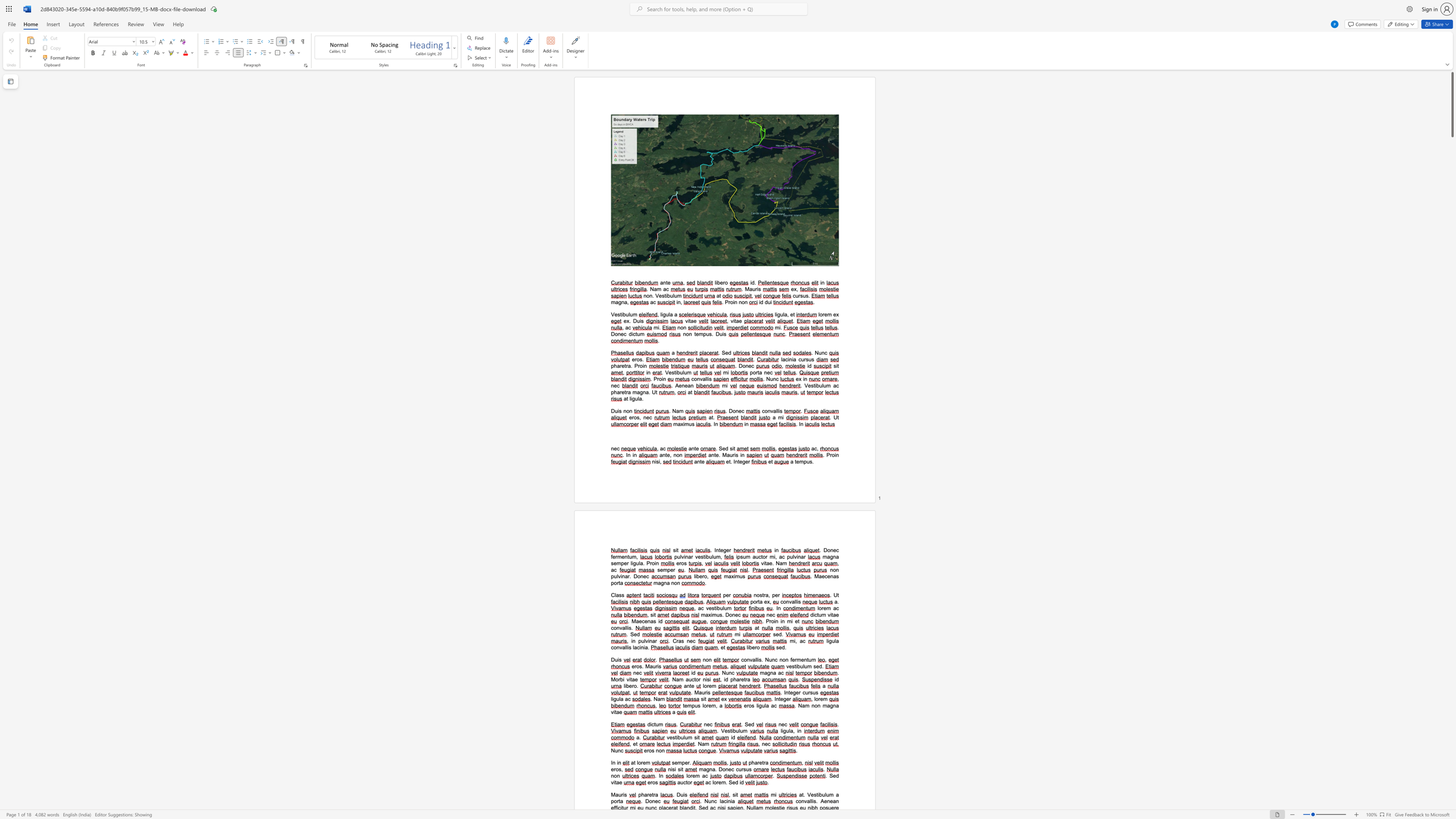 The height and width of the screenshot is (819, 1456). I want to click on the space between the continuous character "e" and "d" in the text, so click(725, 448).